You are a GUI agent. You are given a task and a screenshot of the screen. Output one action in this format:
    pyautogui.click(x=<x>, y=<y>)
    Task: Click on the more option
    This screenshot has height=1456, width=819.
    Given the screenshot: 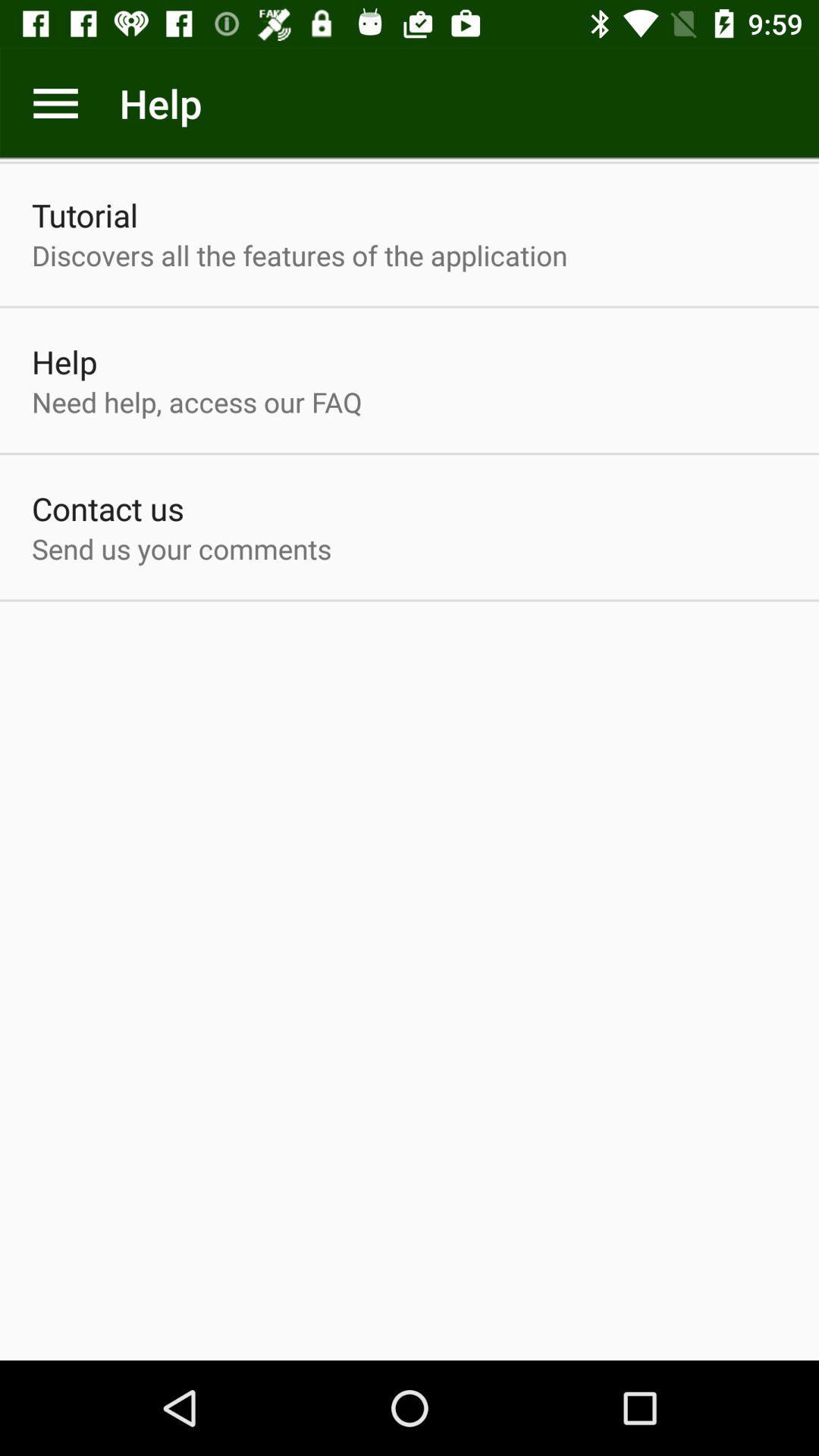 What is the action you would take?
    pyautogui.click(x=55, y=102)
    